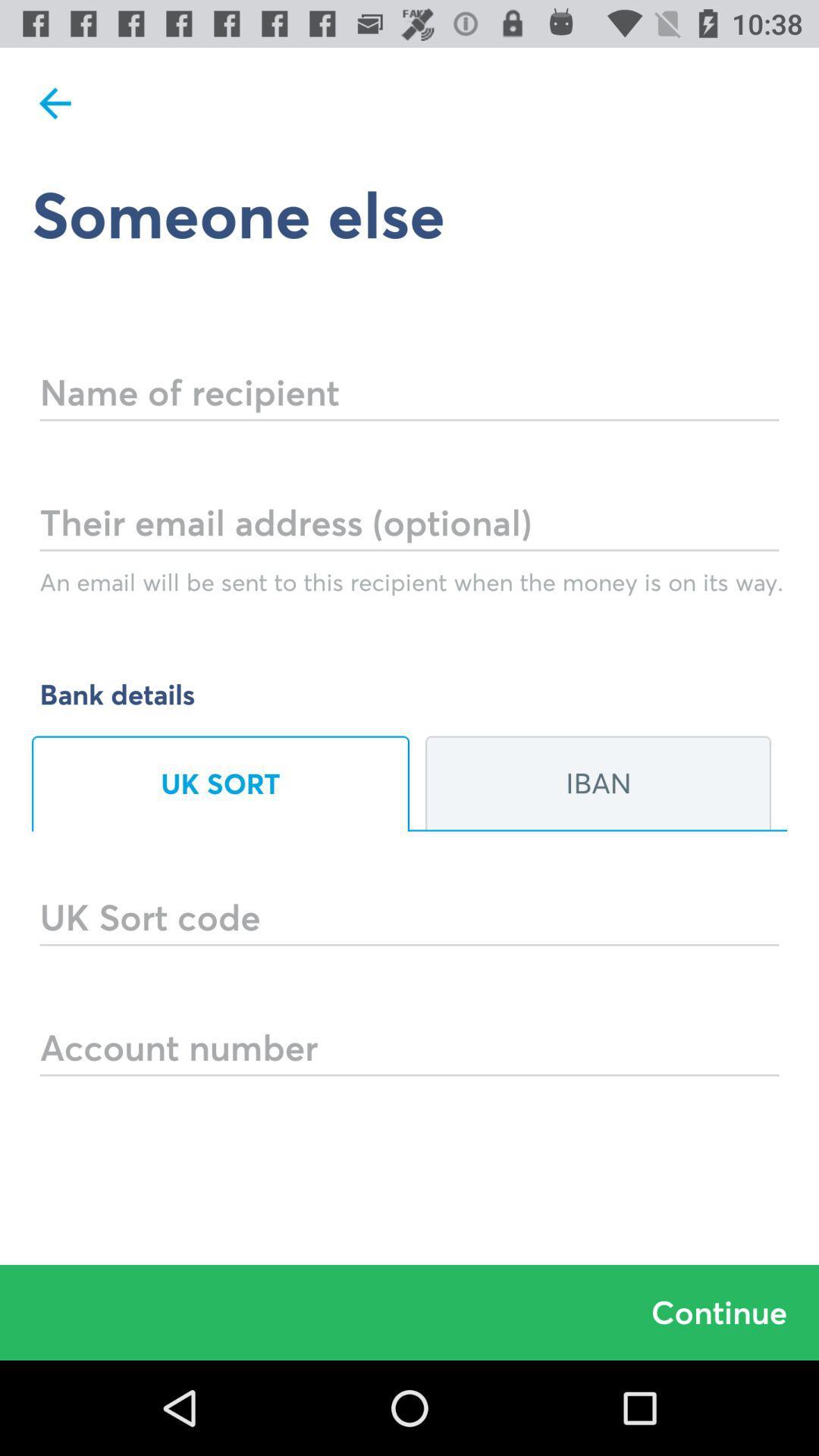  I want to click on the icon next to the uk sort, so click(598, 783).